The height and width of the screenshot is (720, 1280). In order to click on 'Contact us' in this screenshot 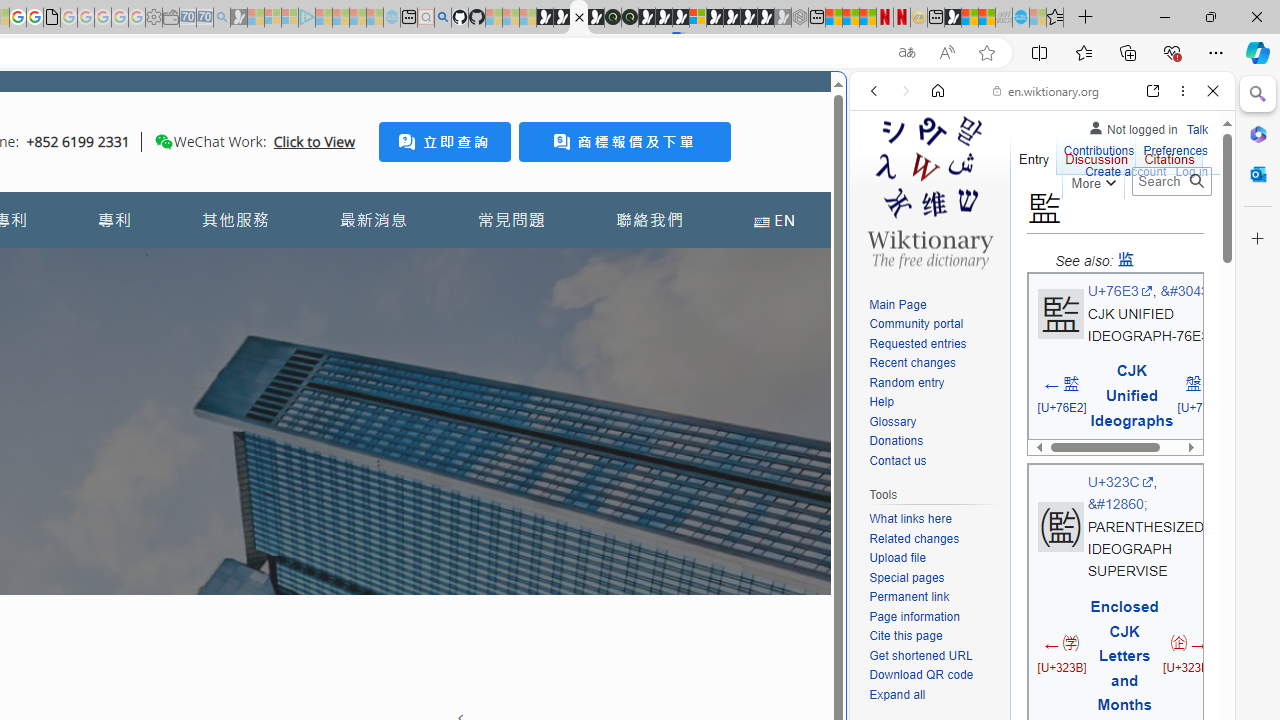, I will do `click(934, 461)`.